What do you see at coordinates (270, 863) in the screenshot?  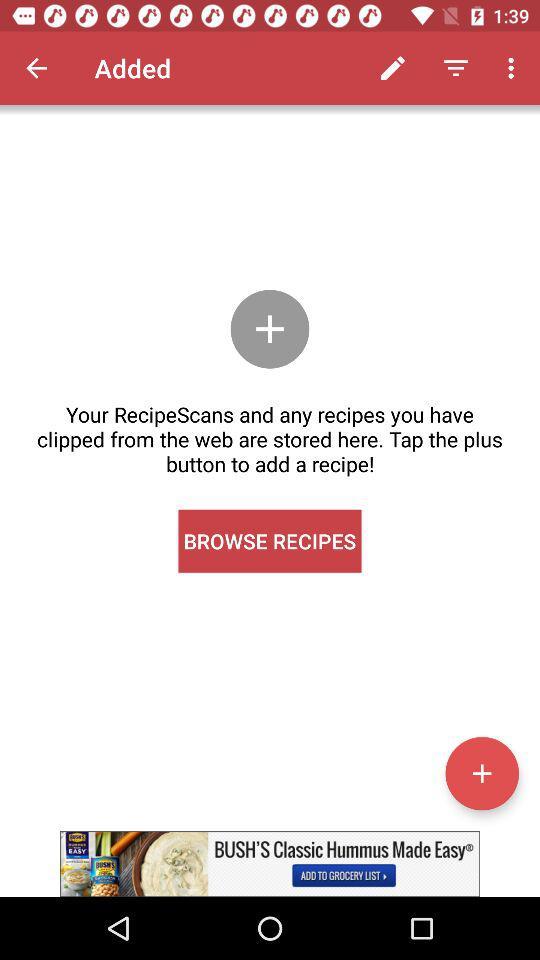 I see `open advertisement` at bounding box center [270, 863].